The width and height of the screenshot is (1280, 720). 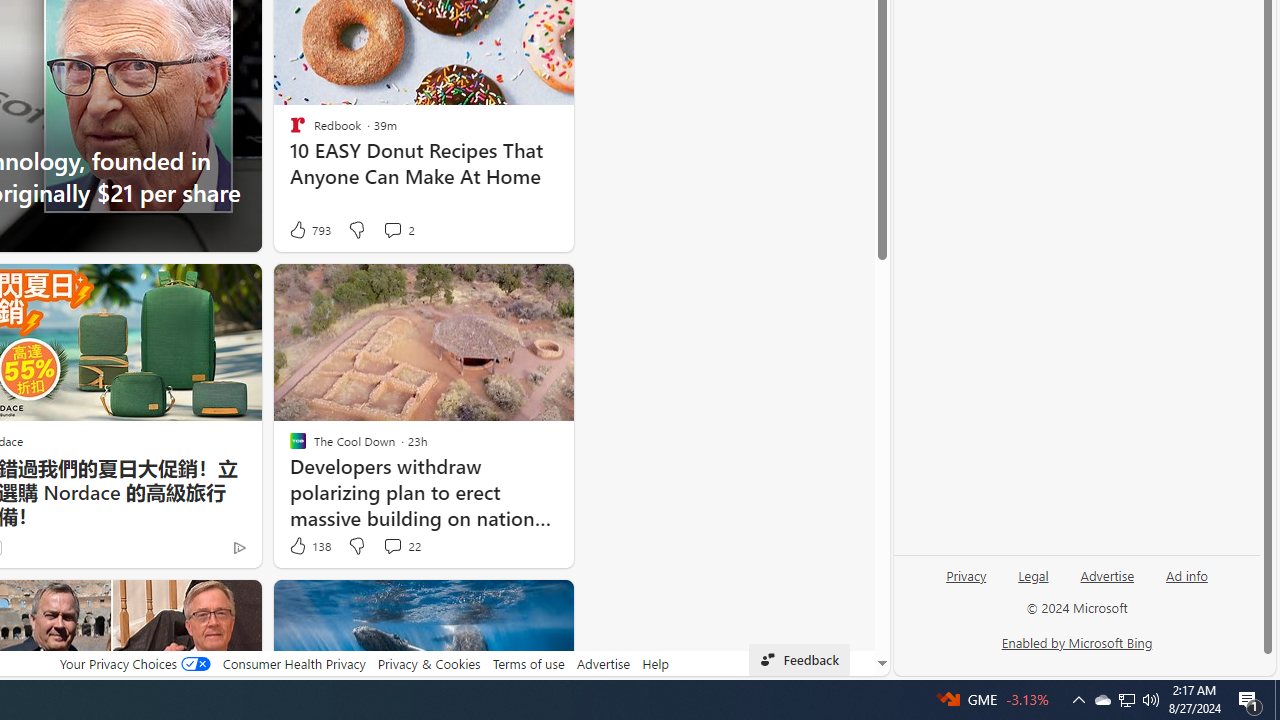 I want to click on 'Your Privacy Choices', so click(x=134, y=663).